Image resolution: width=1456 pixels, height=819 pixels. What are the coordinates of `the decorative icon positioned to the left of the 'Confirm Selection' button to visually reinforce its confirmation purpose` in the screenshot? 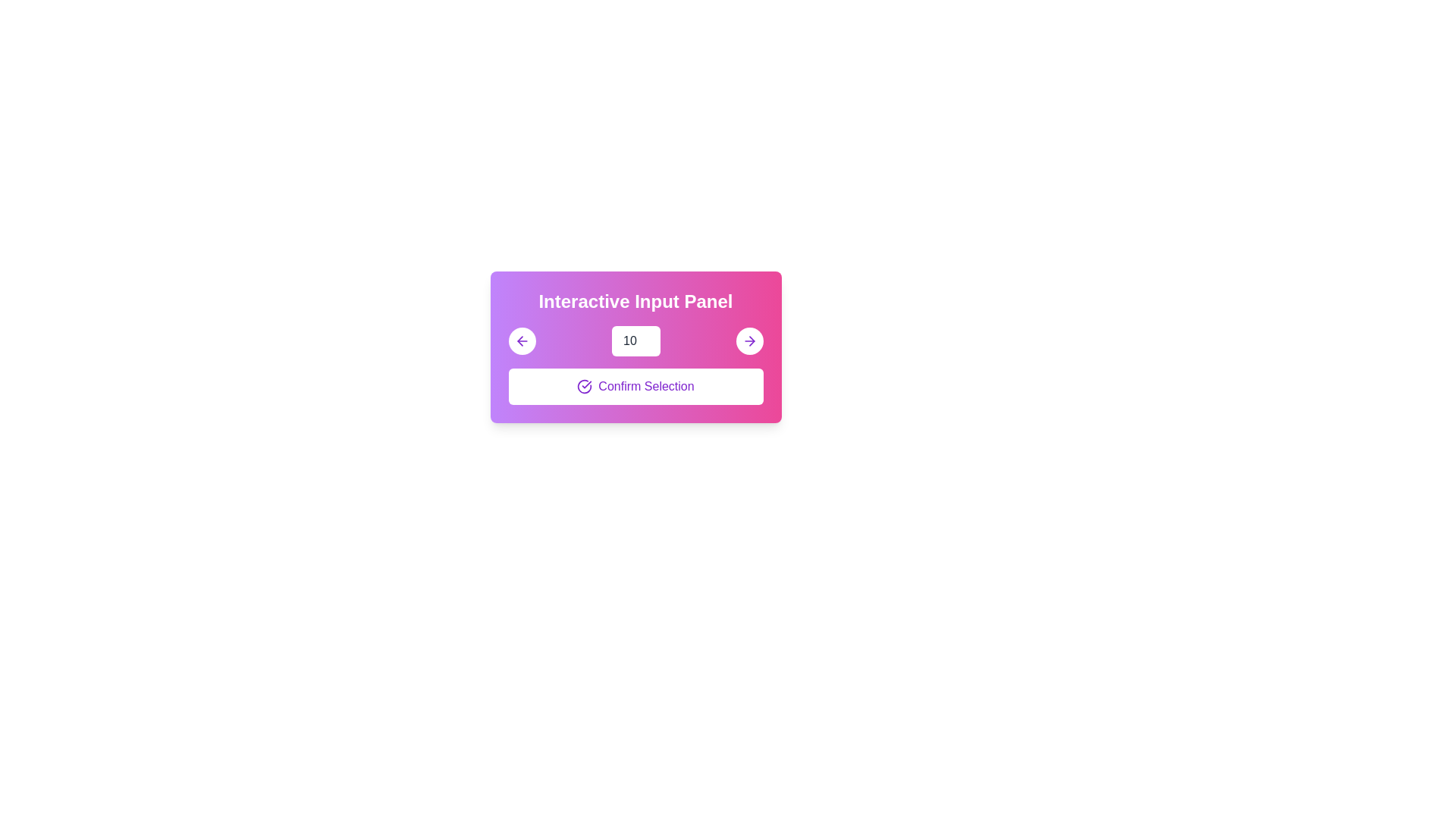 It's located at (584, 385).